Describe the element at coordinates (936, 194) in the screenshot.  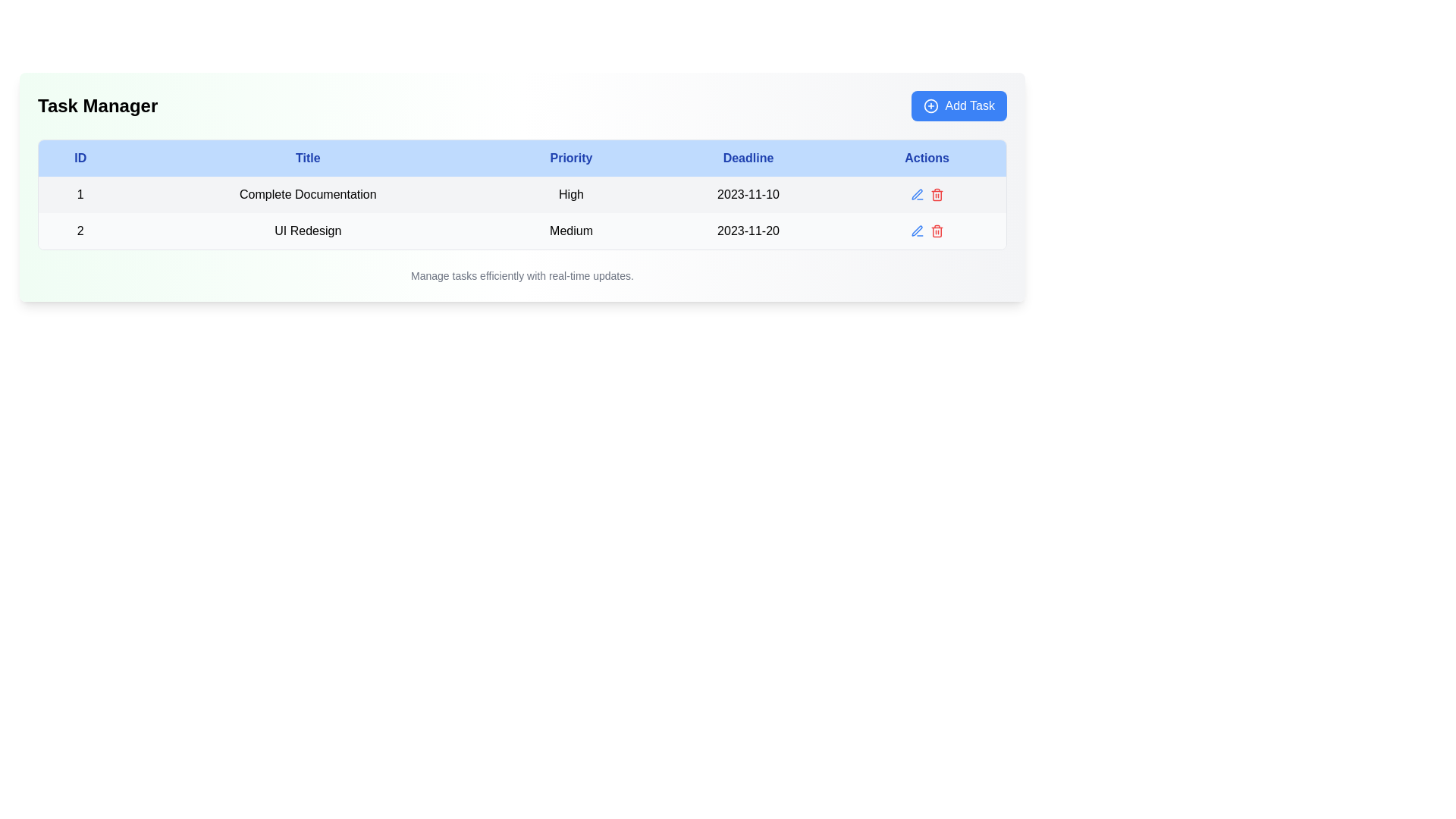
I see `the Delete button located in the Actions column of the second row for the task titled 'UI Redesign'` at that location.